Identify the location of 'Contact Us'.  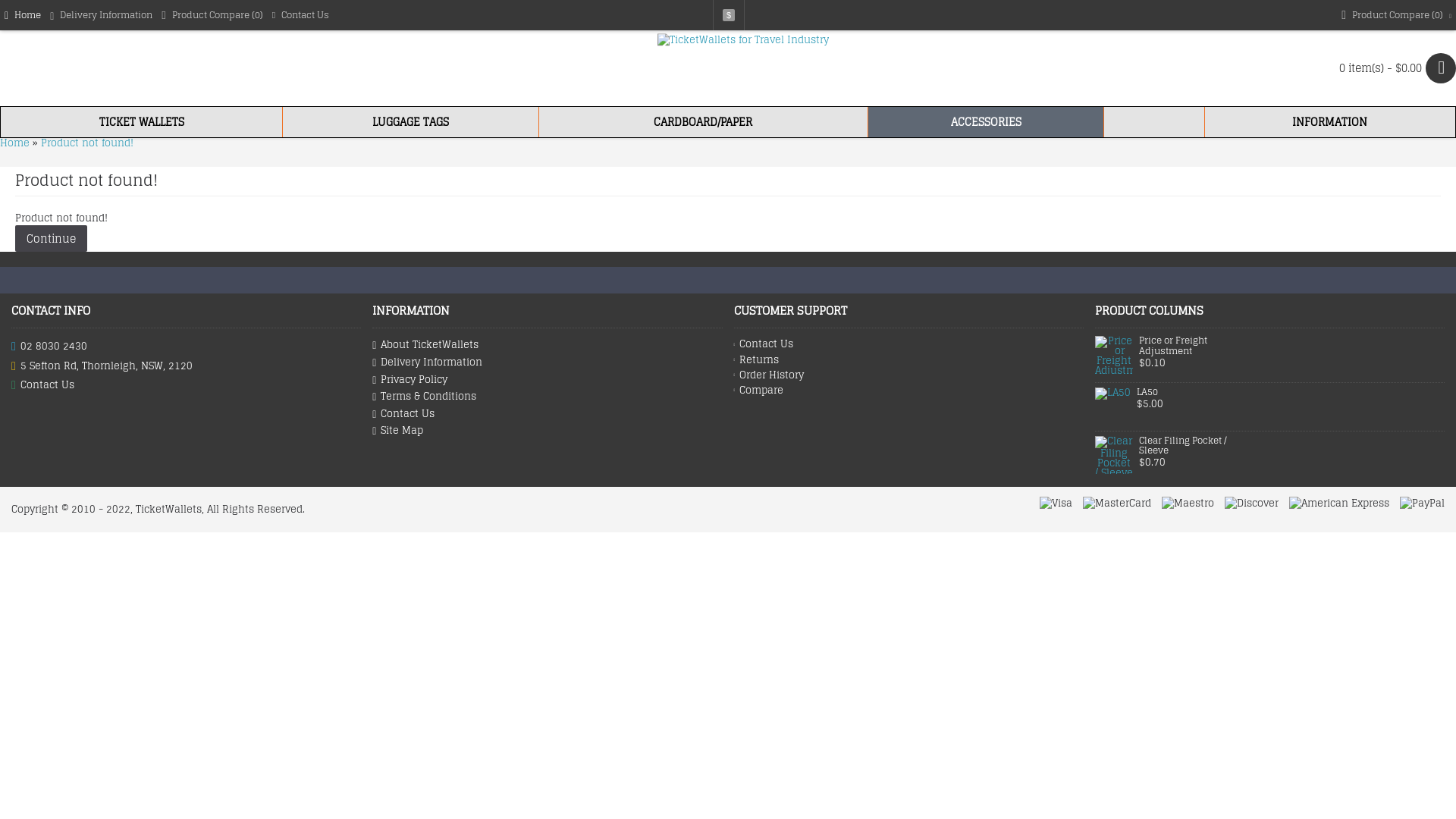
(372, 414).